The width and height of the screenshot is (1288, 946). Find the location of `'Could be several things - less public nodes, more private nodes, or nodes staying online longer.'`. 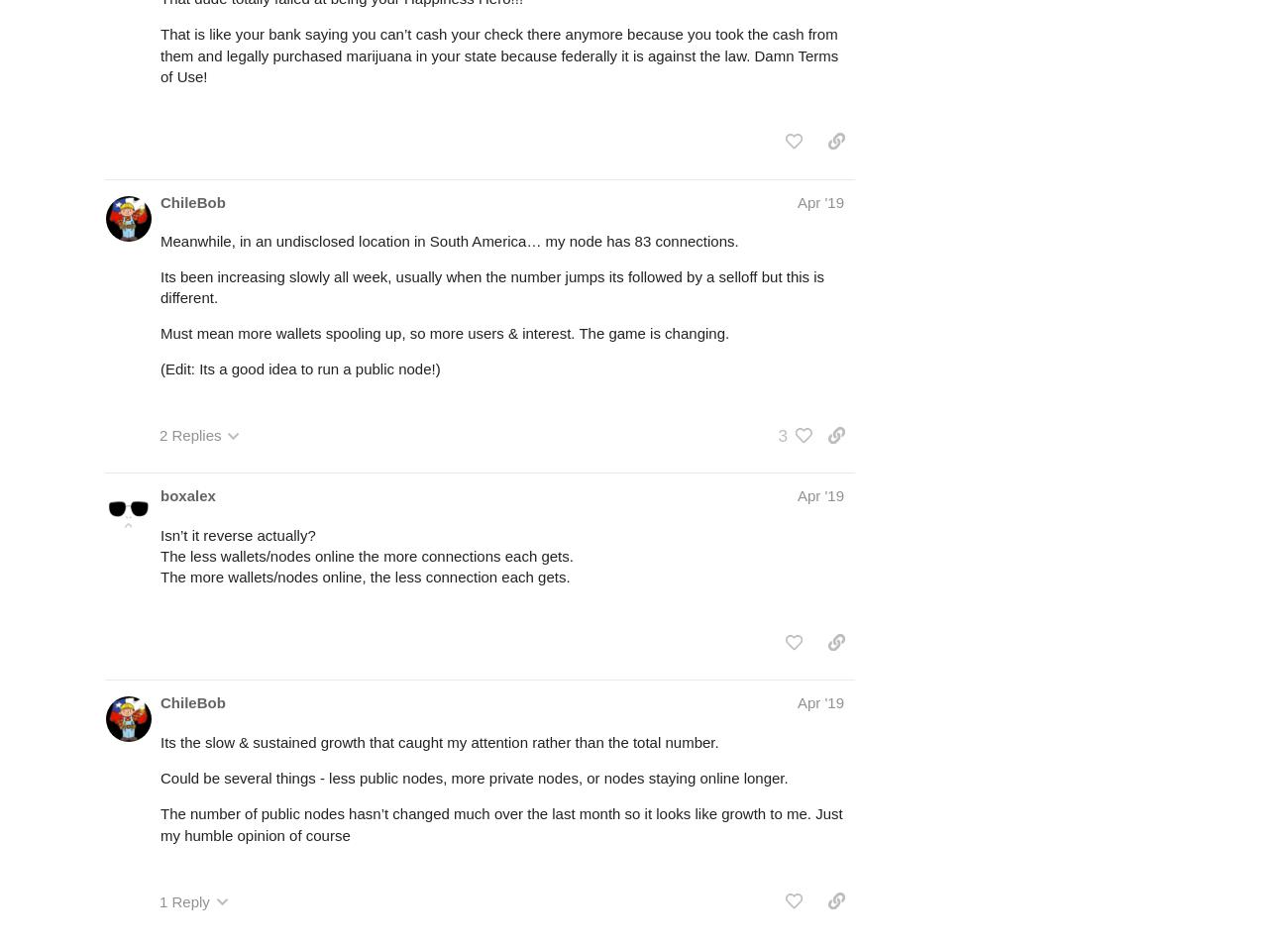

'Could be several things - less public nodes, more private nodes, or nodes staying online longer.' is located at coordinates (159, 776).